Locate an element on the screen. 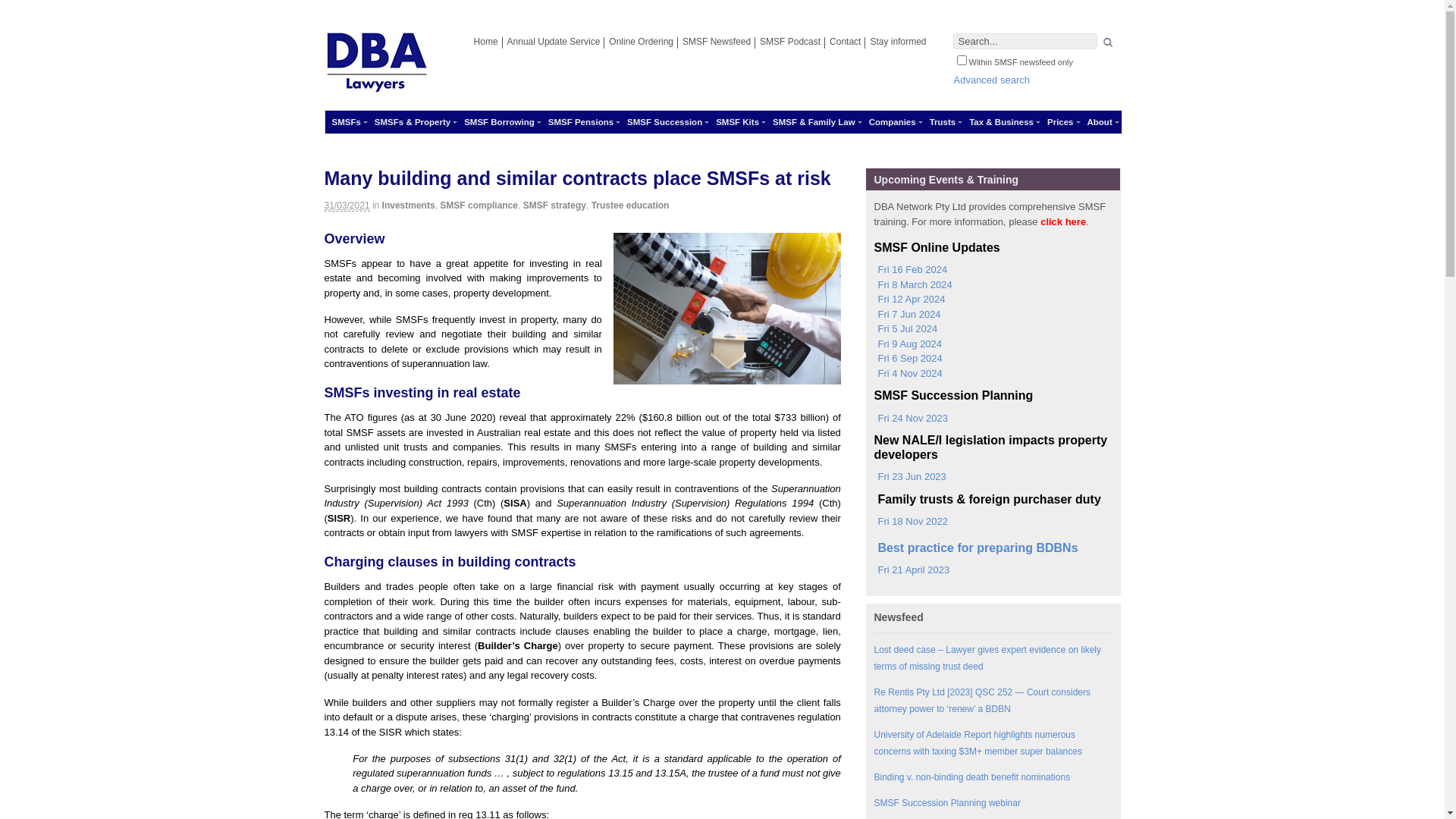 This screenshot has width=1456, height=819. 'Fri 4 Nov 2024' is located at coordinates (907, 374).